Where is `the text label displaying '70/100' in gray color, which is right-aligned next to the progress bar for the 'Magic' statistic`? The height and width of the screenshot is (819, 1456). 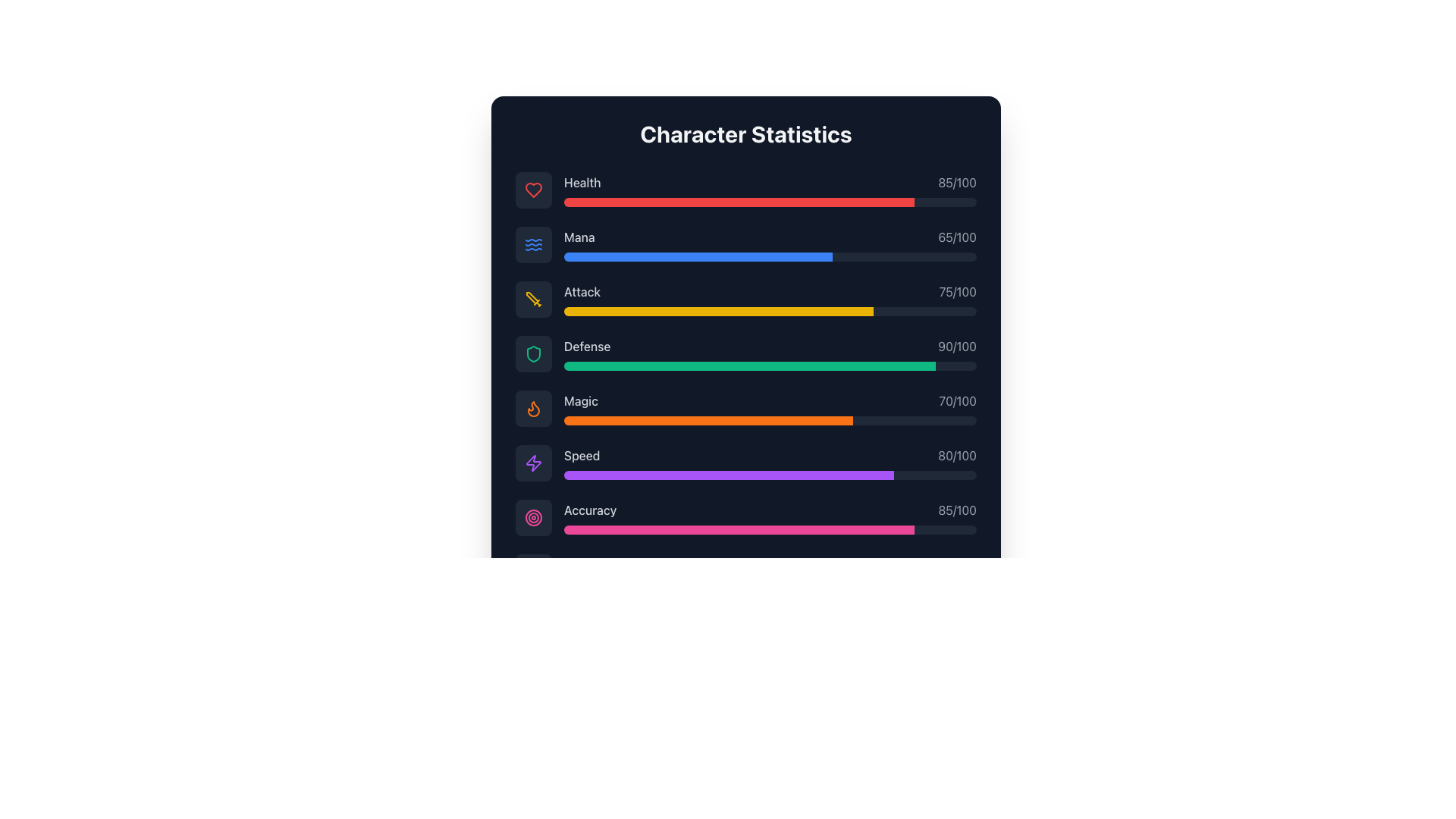
the text label displaying '70/100' in gray color, which is right-aligned next to the progress bar for the 'Magic' statistic is located at coordinates (957, 400).